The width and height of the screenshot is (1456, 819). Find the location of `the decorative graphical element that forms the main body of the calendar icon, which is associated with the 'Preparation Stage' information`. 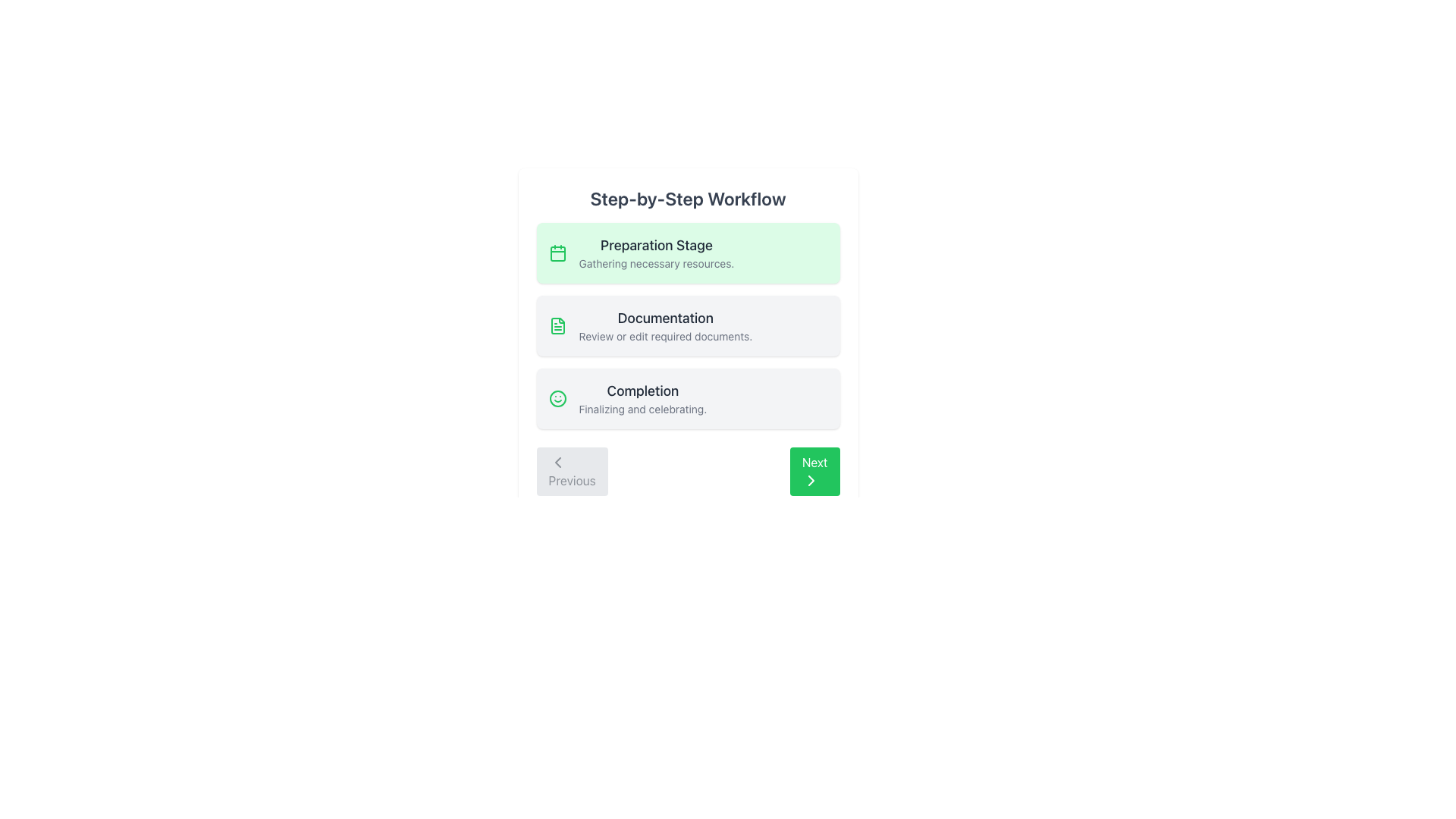

the decorative graphical element that forms the main body of the calendar icon, which is associated with the 'Preparation Stage' information is located at coordinates (557, 253).